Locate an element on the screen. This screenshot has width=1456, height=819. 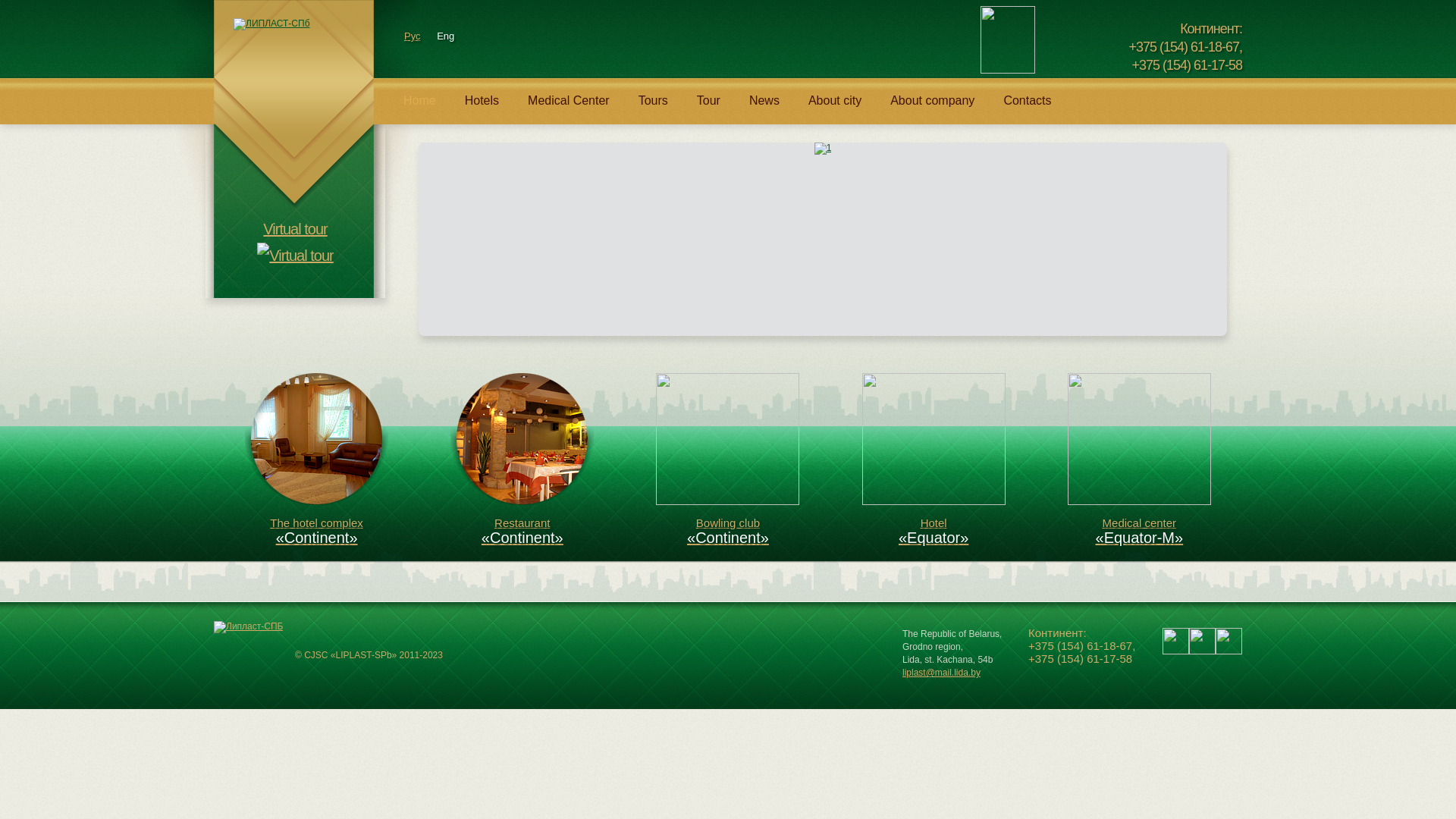
'Contacts' is located at coordinates (989, 107).